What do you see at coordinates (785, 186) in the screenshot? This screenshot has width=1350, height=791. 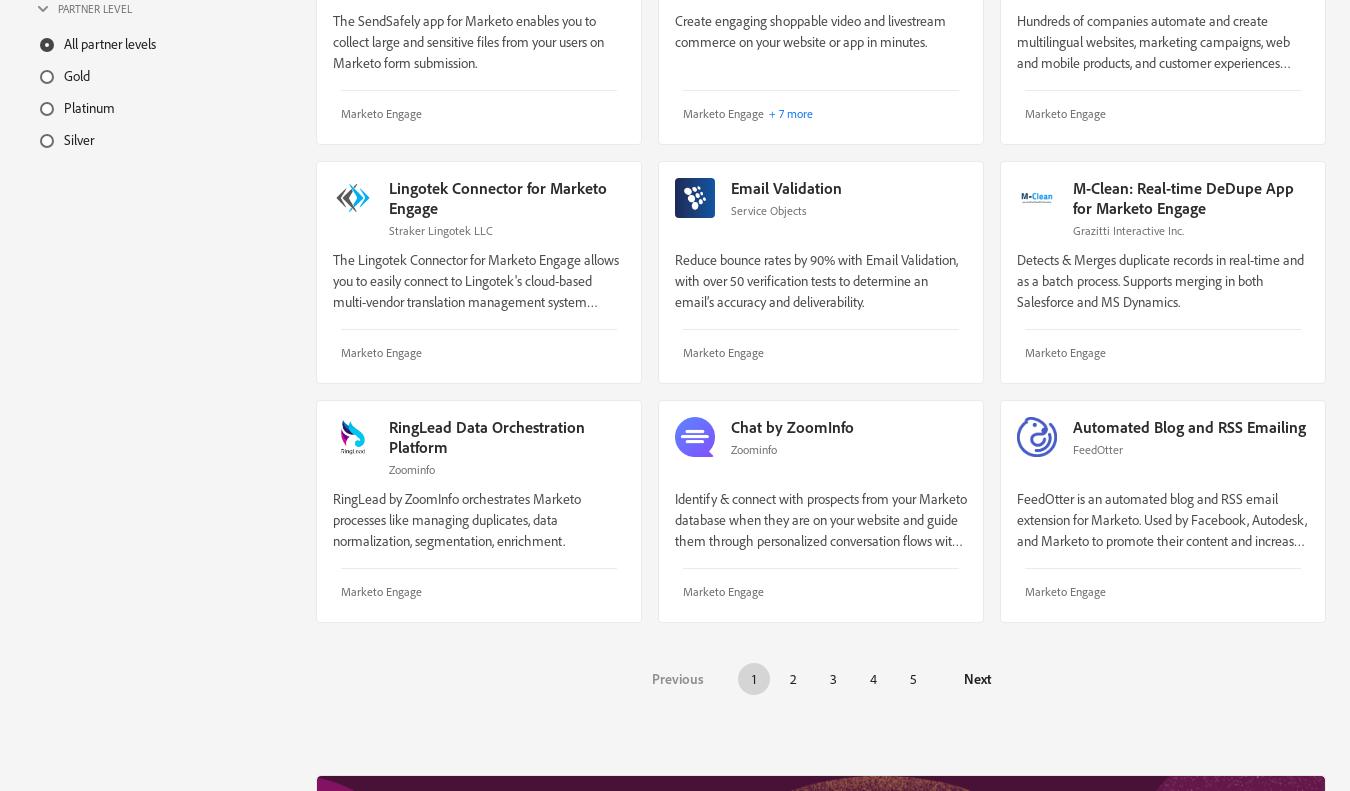 I see `'Email Validation'` at bounding box center [785, 186].